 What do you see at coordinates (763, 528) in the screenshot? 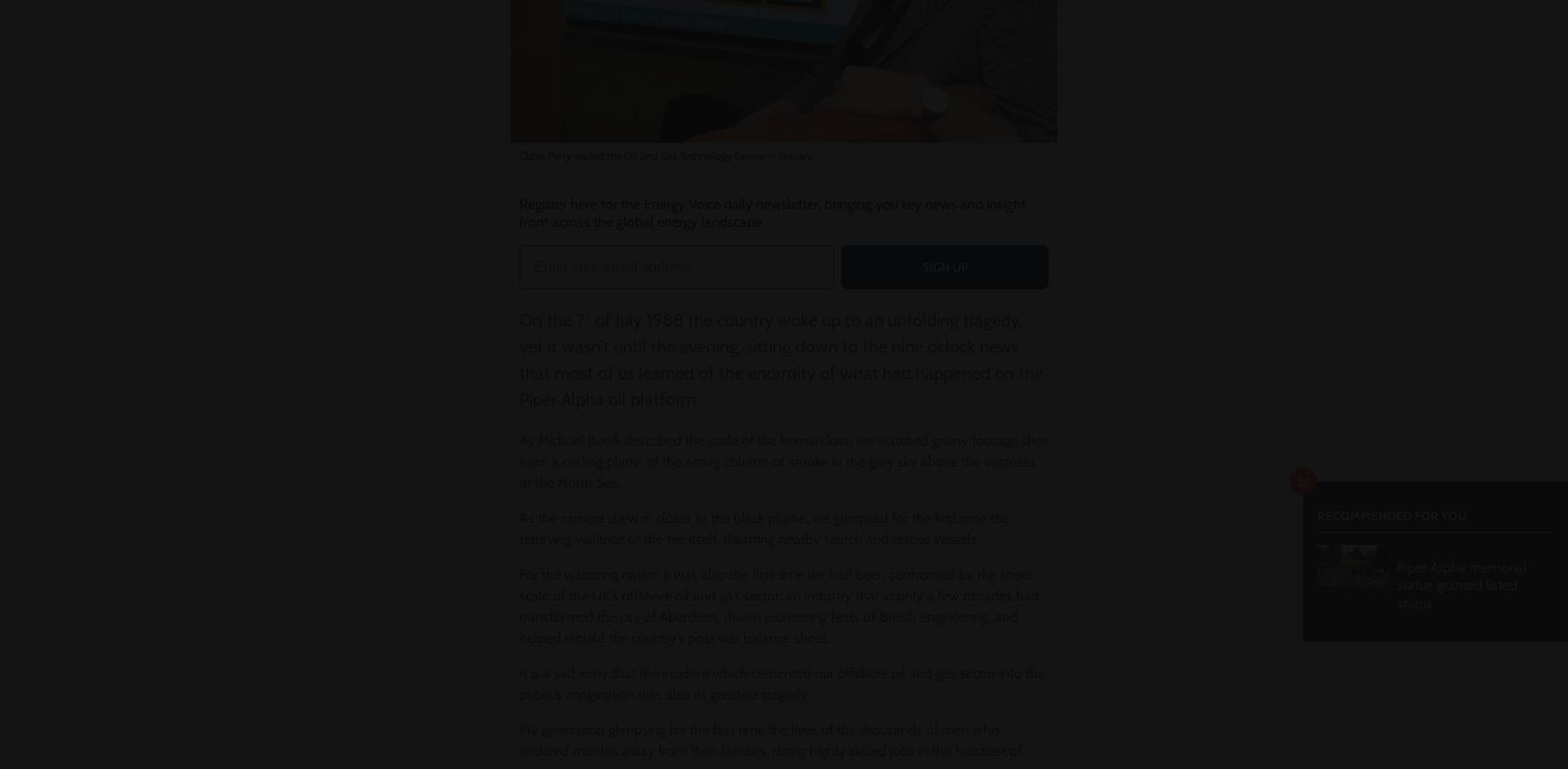
I see `'As the camera drew in closer to the black plume, we glimpsed for the first time the terrifying violence of the fire itself, dwarfing nearby search and rescue vessels.'` at bounding box center [763, 528].